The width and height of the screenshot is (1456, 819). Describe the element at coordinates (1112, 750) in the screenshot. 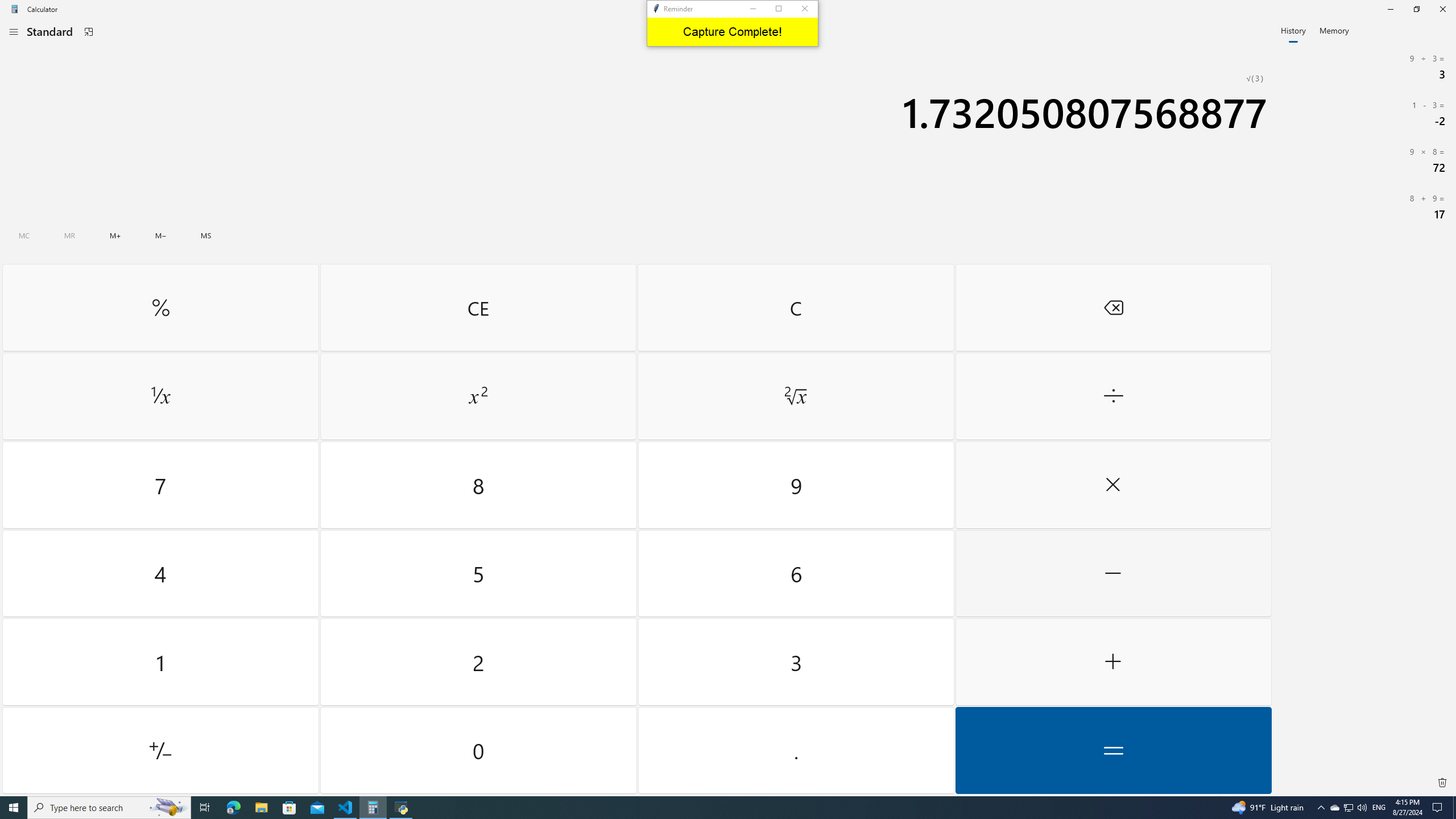

I see `'Equals'` at that location.